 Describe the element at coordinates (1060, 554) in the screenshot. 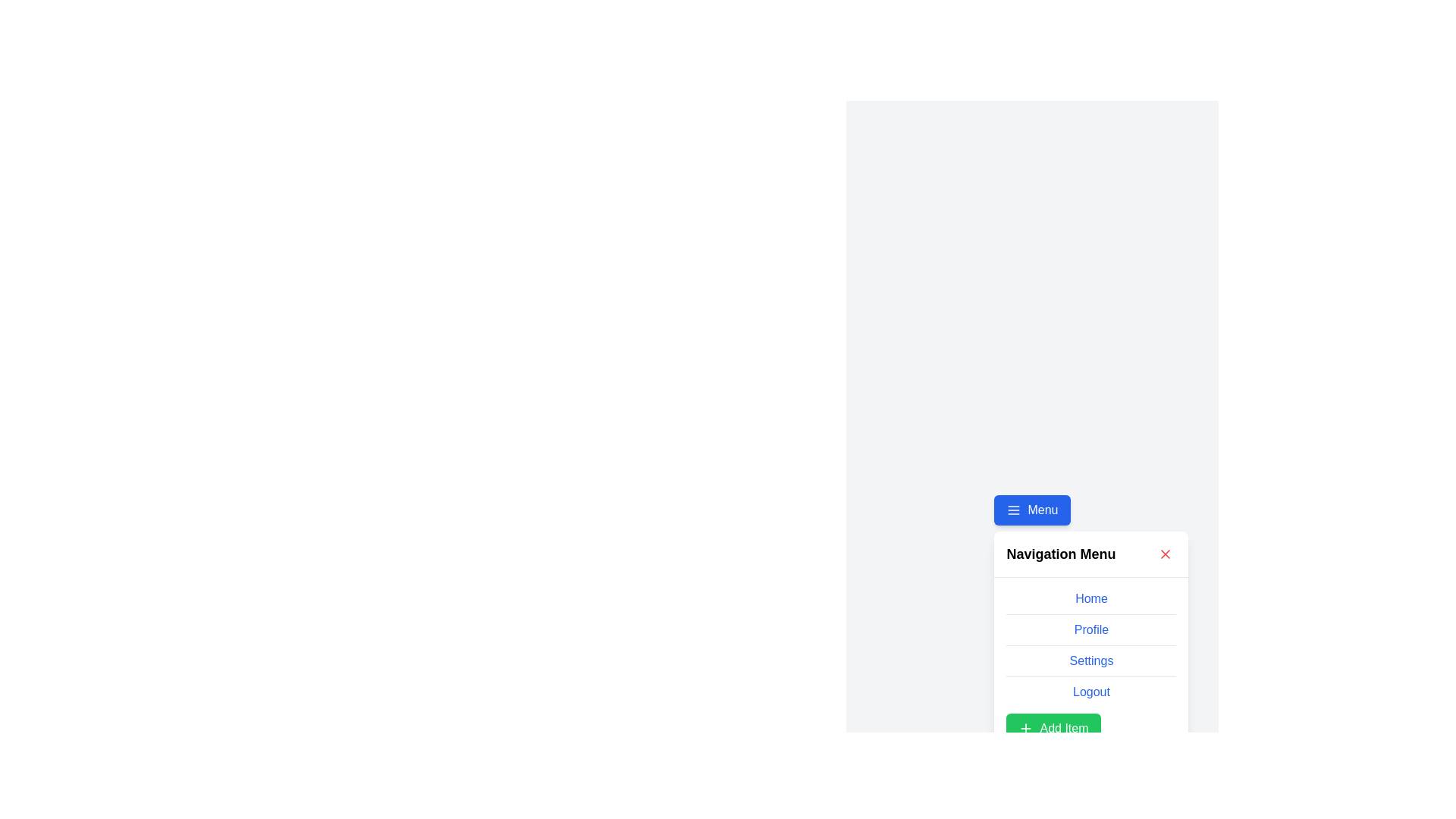

I see `the text label reading 'Navigation Menu', which is prominently styled in bold and larger font within its menu panel` at that location.